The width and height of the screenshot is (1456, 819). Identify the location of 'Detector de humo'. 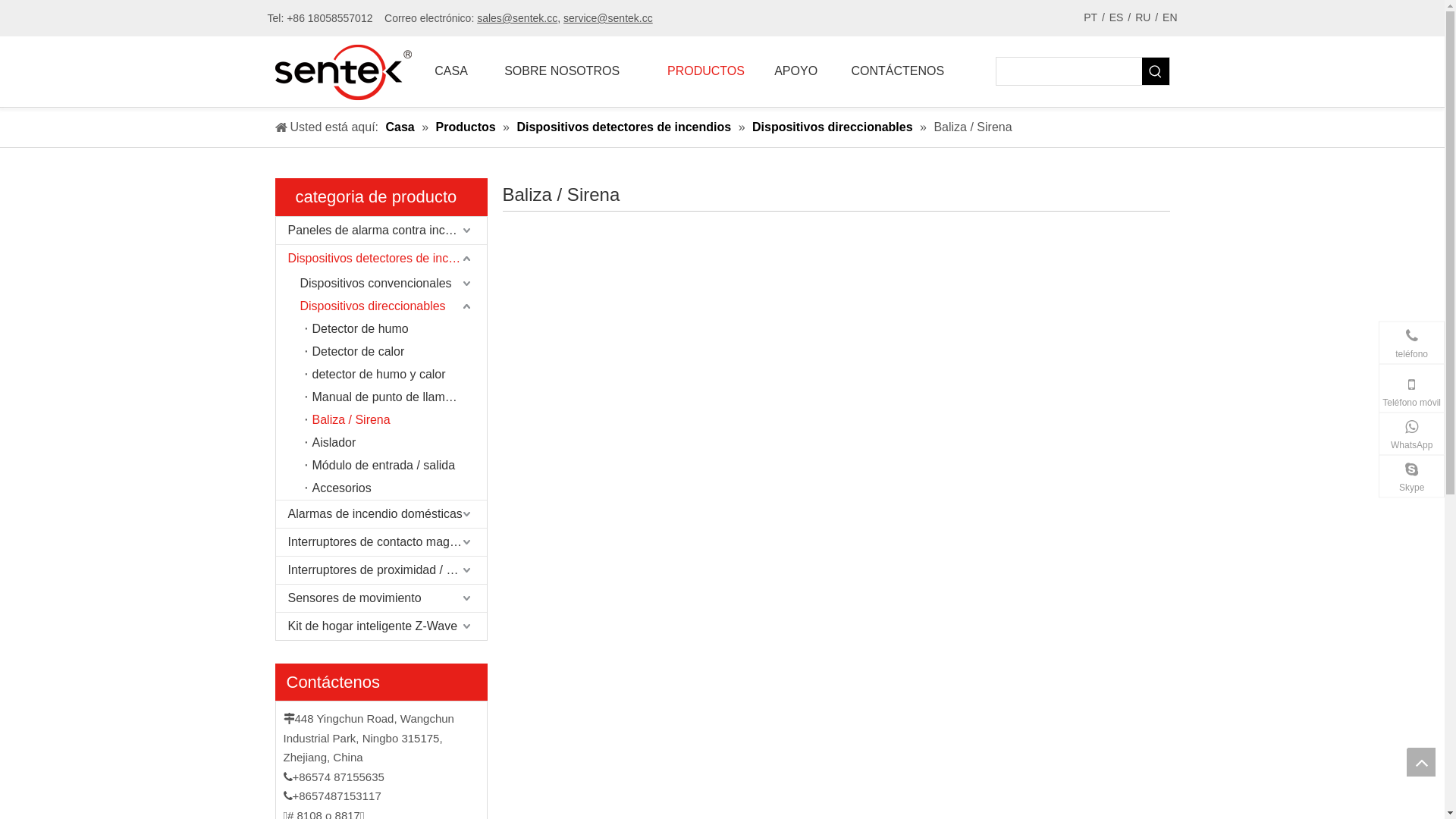
(396, 328).